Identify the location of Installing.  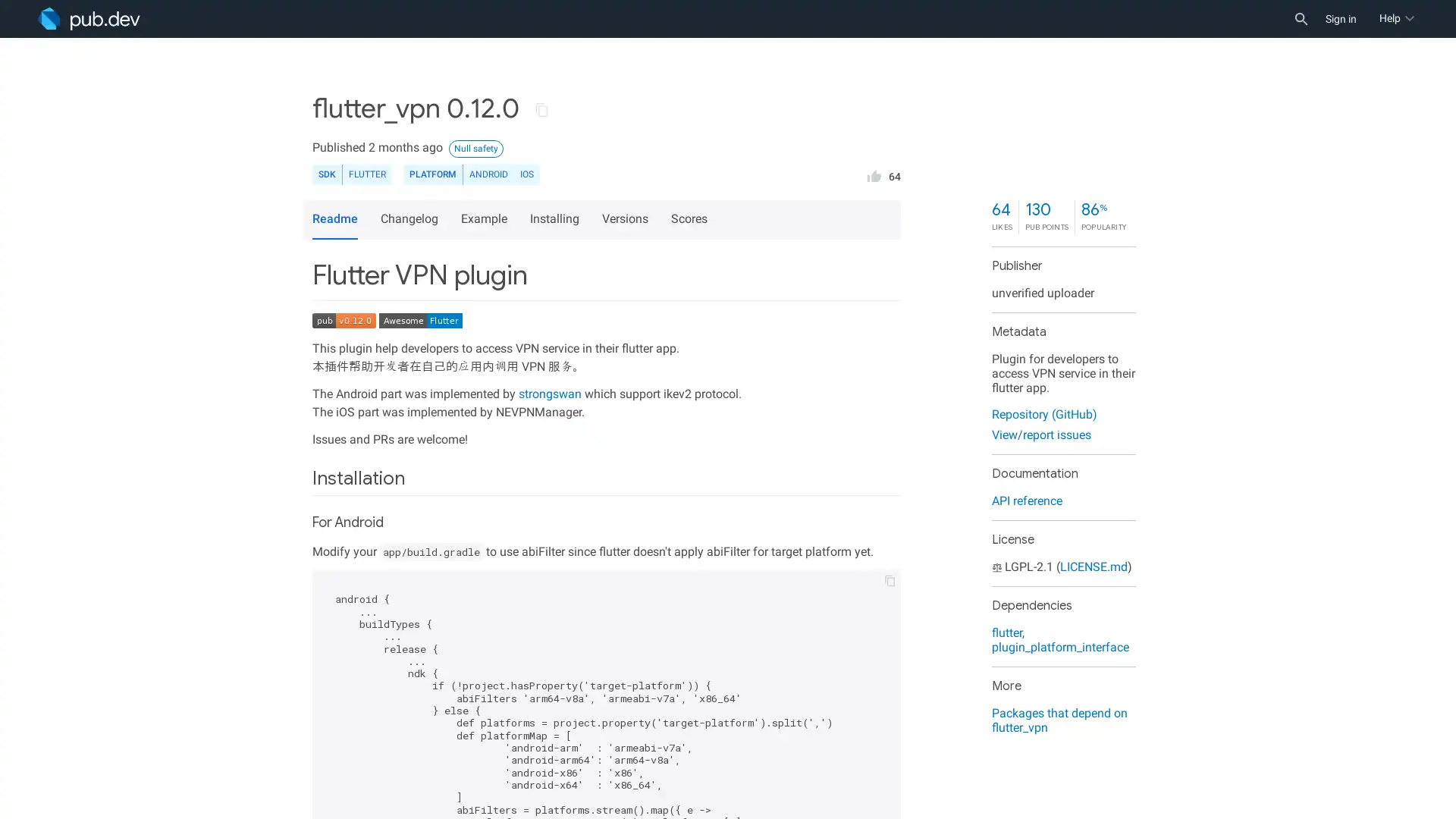
(556, 219).